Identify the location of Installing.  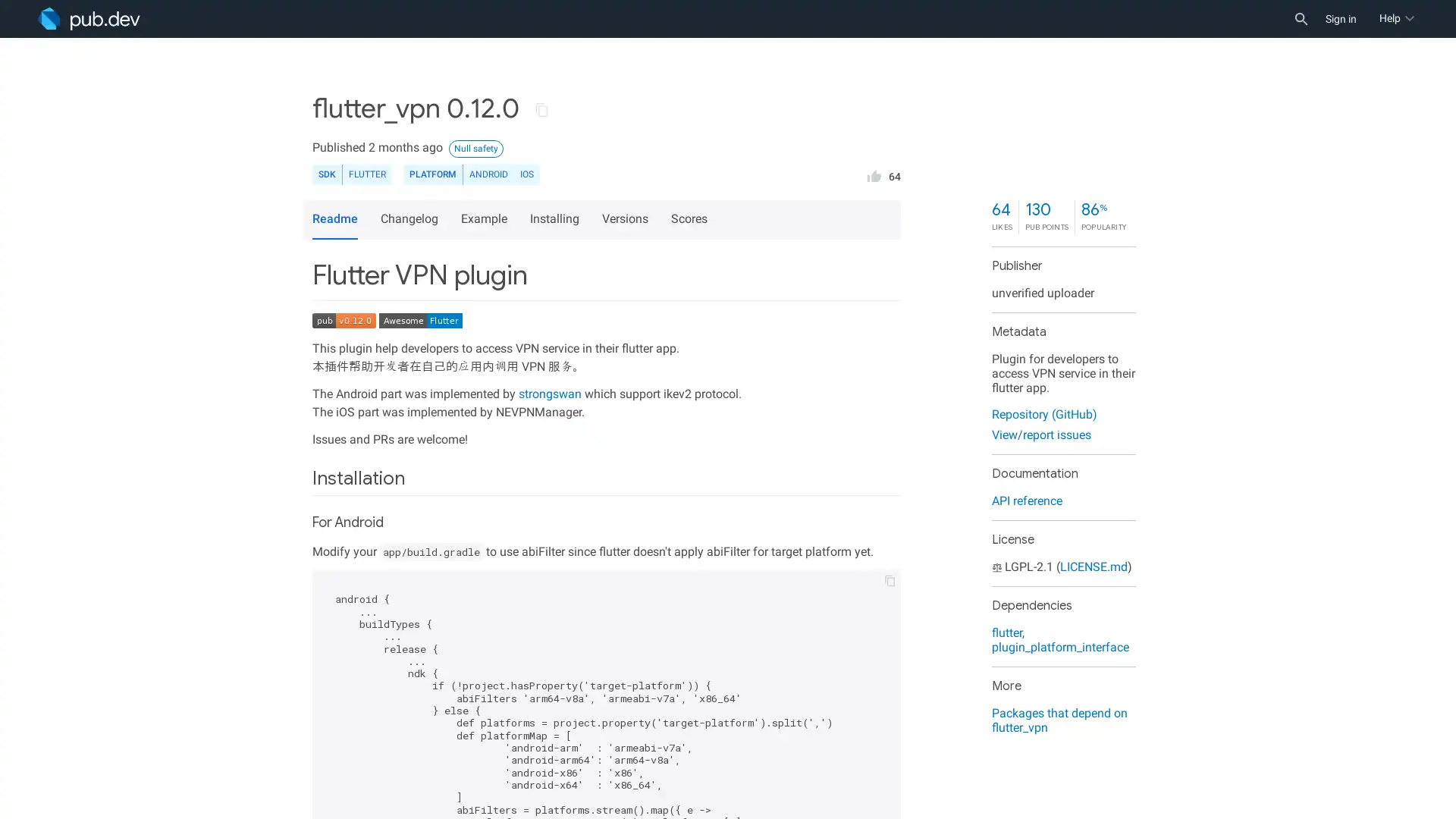
(556, 219).